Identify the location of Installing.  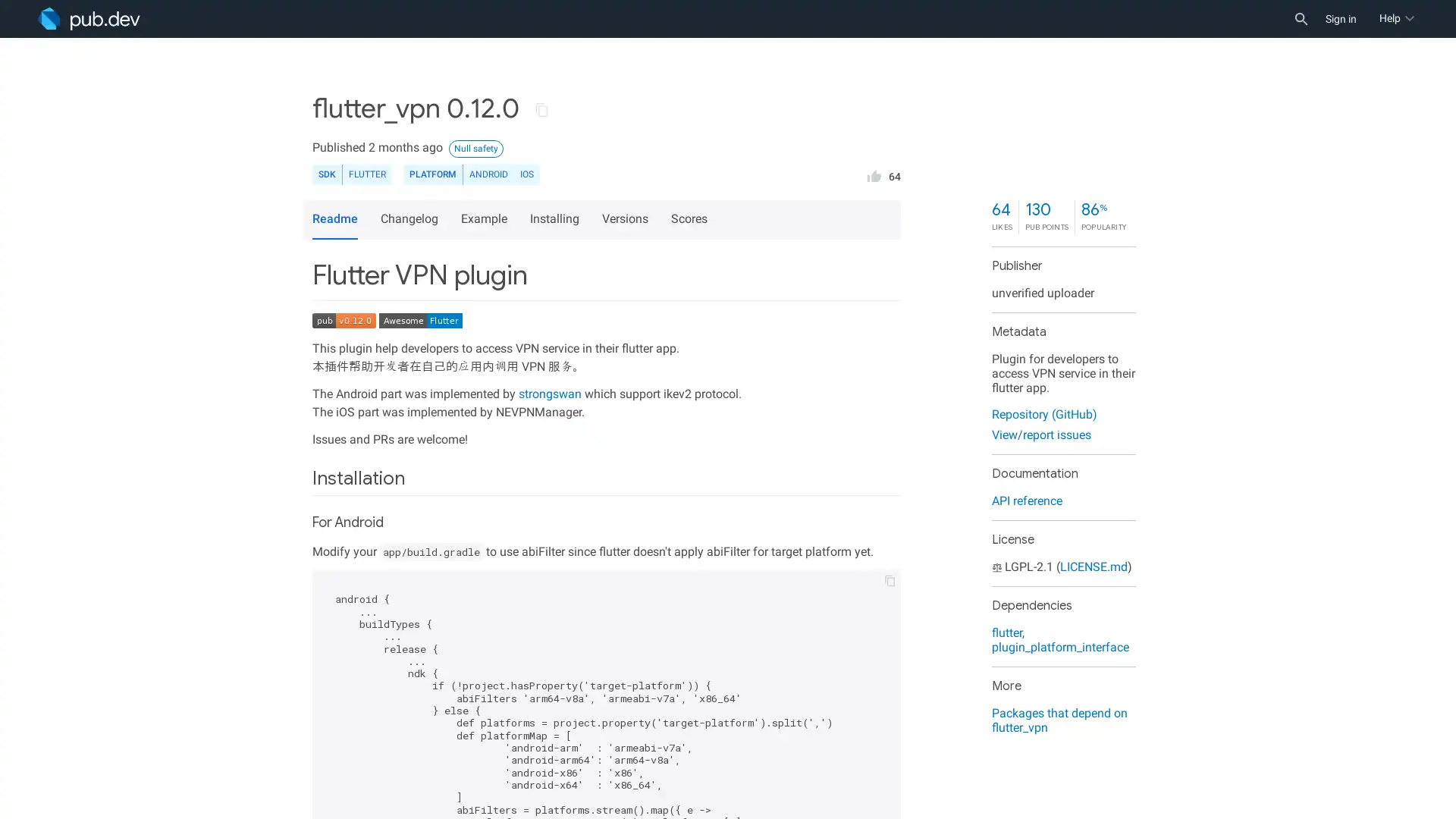
(556, 219).